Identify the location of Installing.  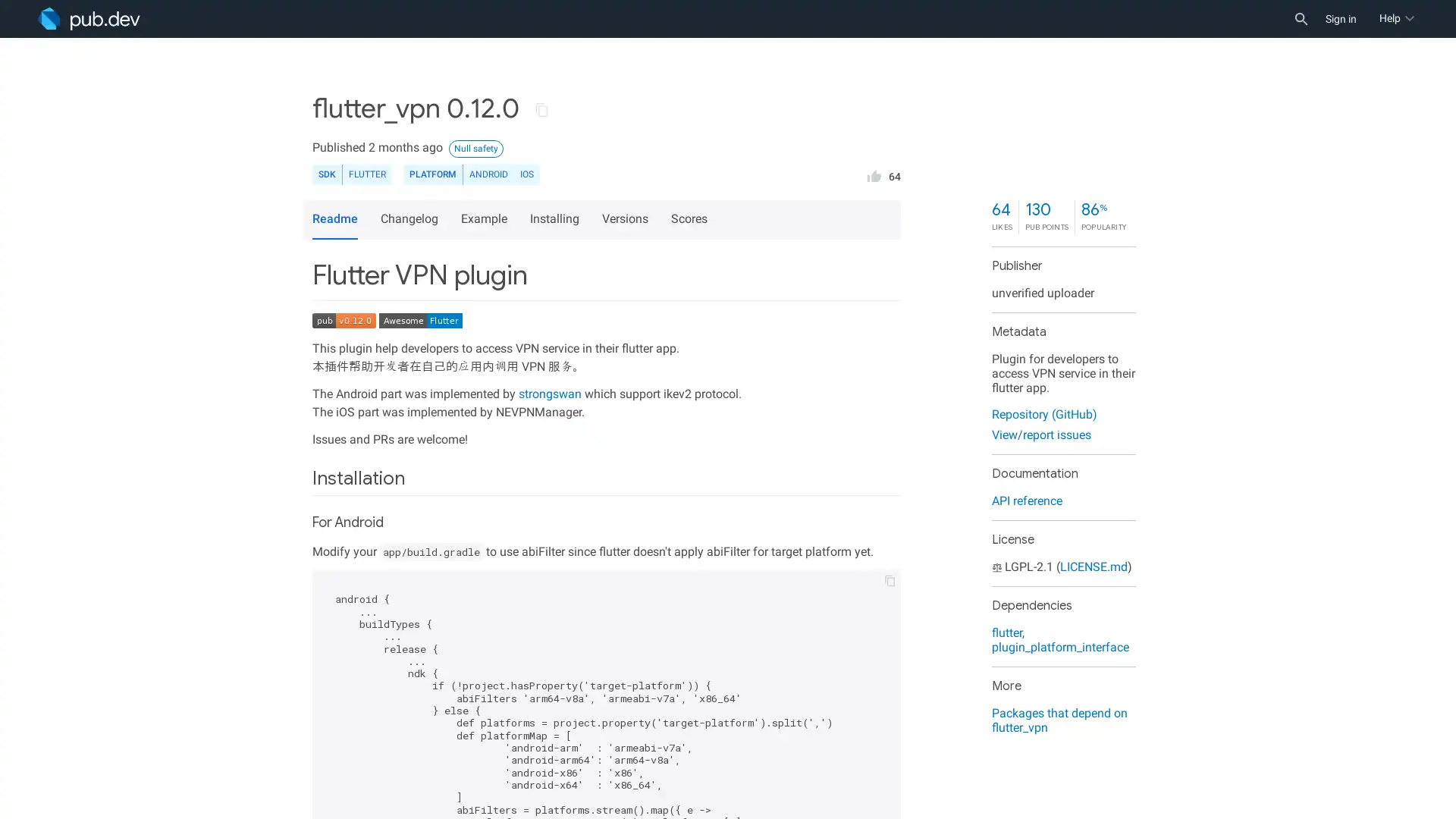
(556, 219).